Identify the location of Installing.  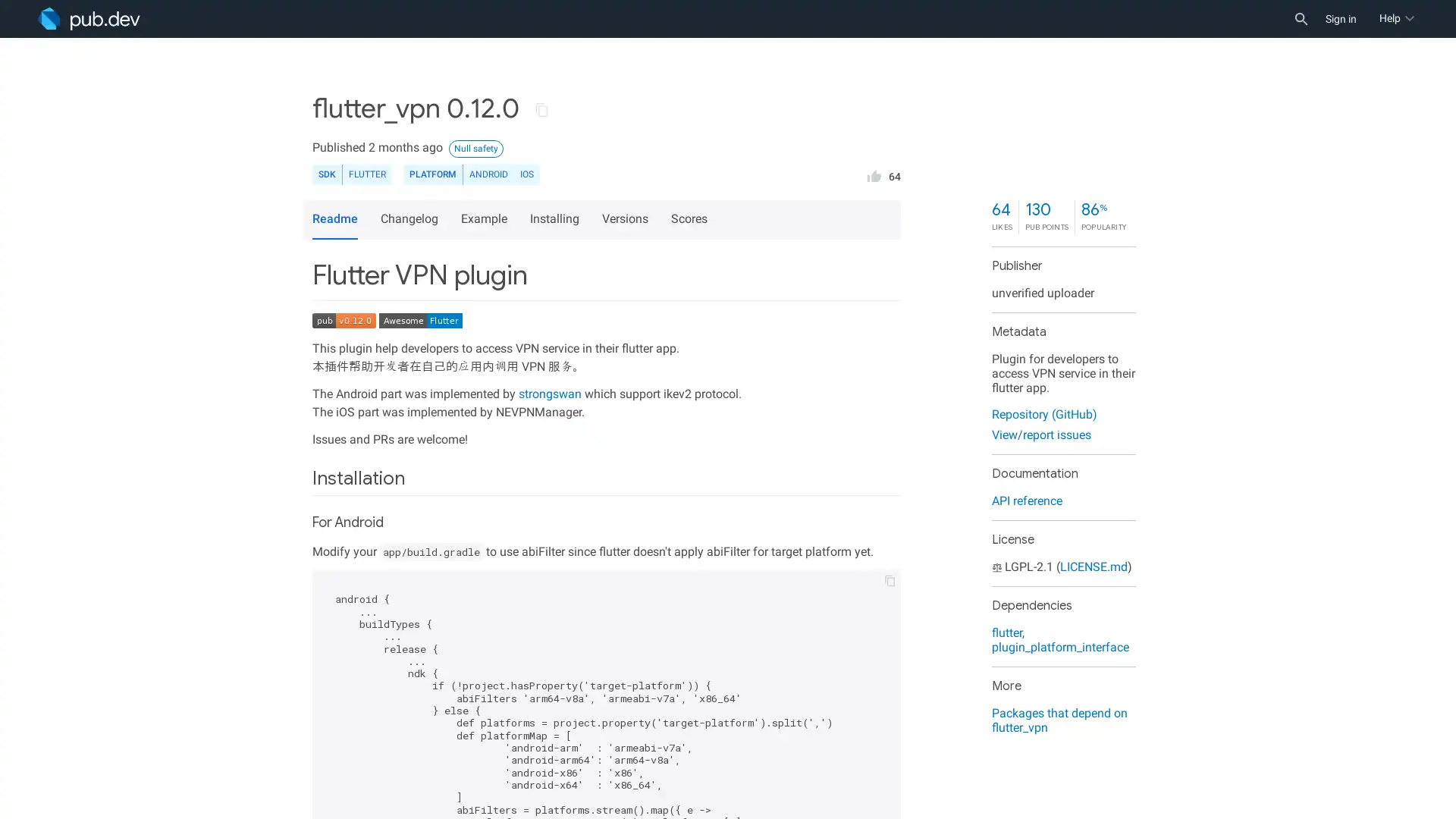
(556, 219).